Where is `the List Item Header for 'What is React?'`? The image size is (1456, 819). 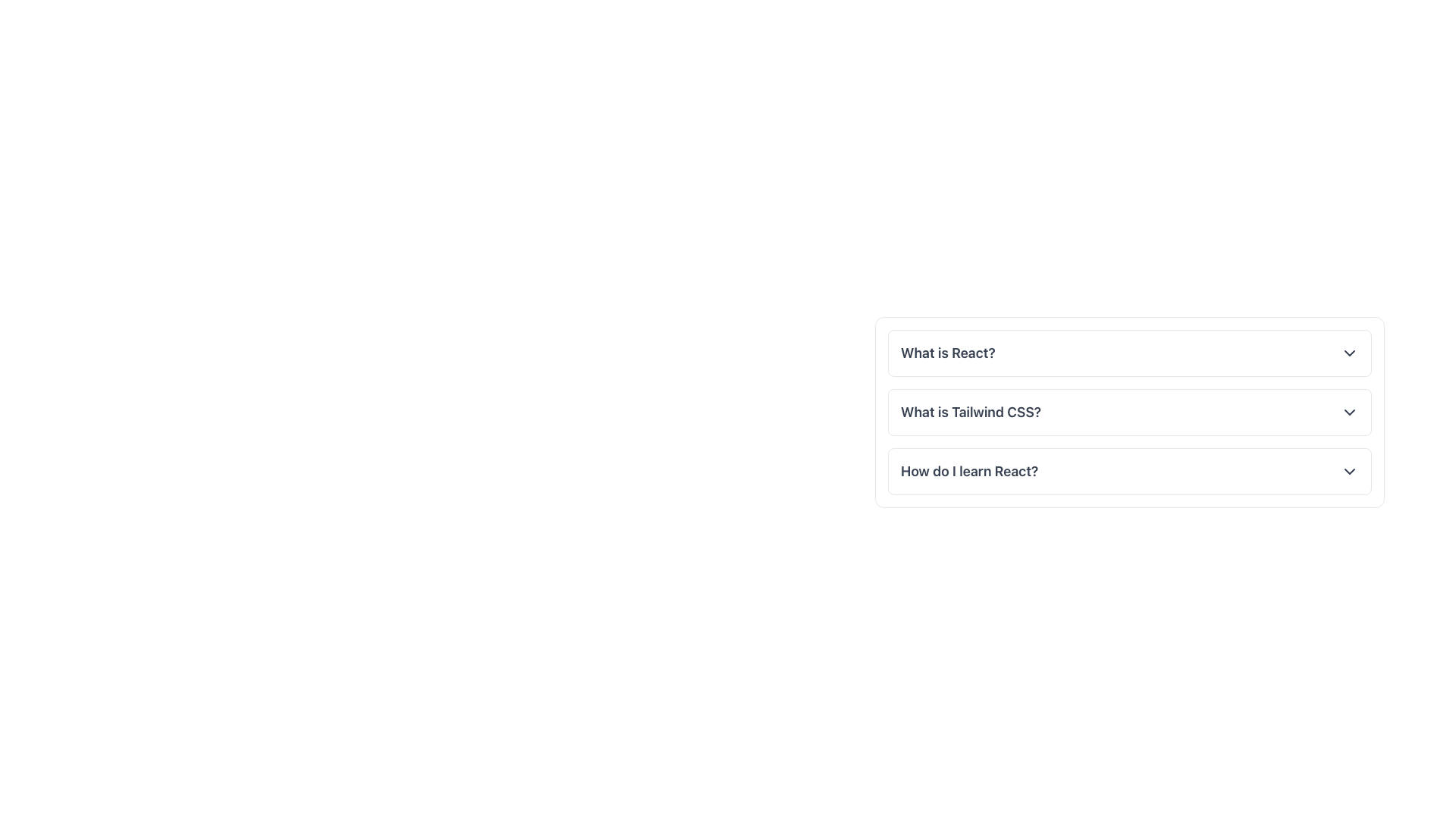
the List Item Header for 'What is React?' is located at coordinates (1129, 353).